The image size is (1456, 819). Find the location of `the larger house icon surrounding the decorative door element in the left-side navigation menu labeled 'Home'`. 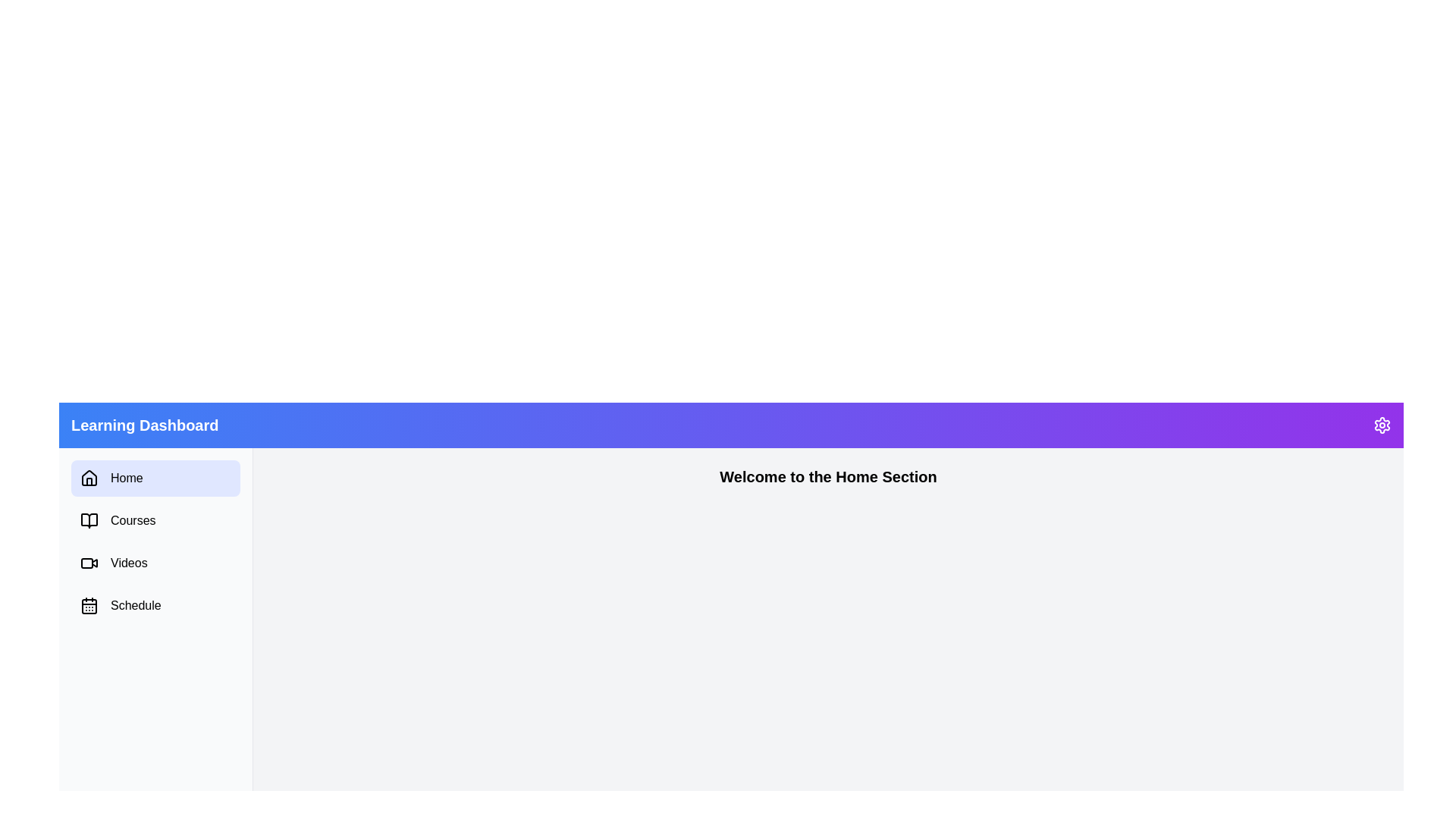

the larger house icon surrounding the decorative door element in the left-side navigation menu labeled 'Home' is located at coordinates (89, 482).